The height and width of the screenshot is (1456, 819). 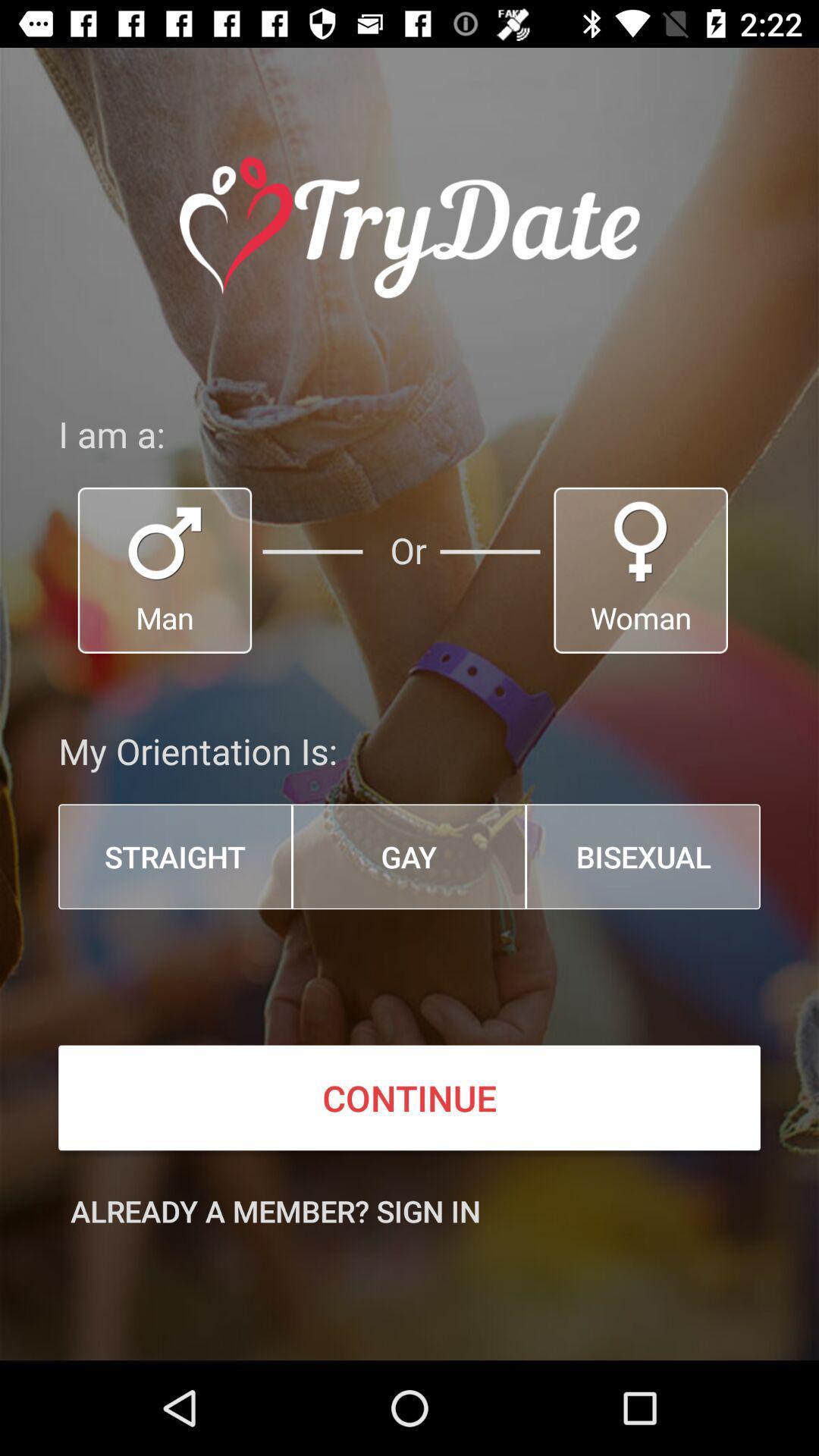 I want to click on give the information about your gender, so click(x=641, y=570).